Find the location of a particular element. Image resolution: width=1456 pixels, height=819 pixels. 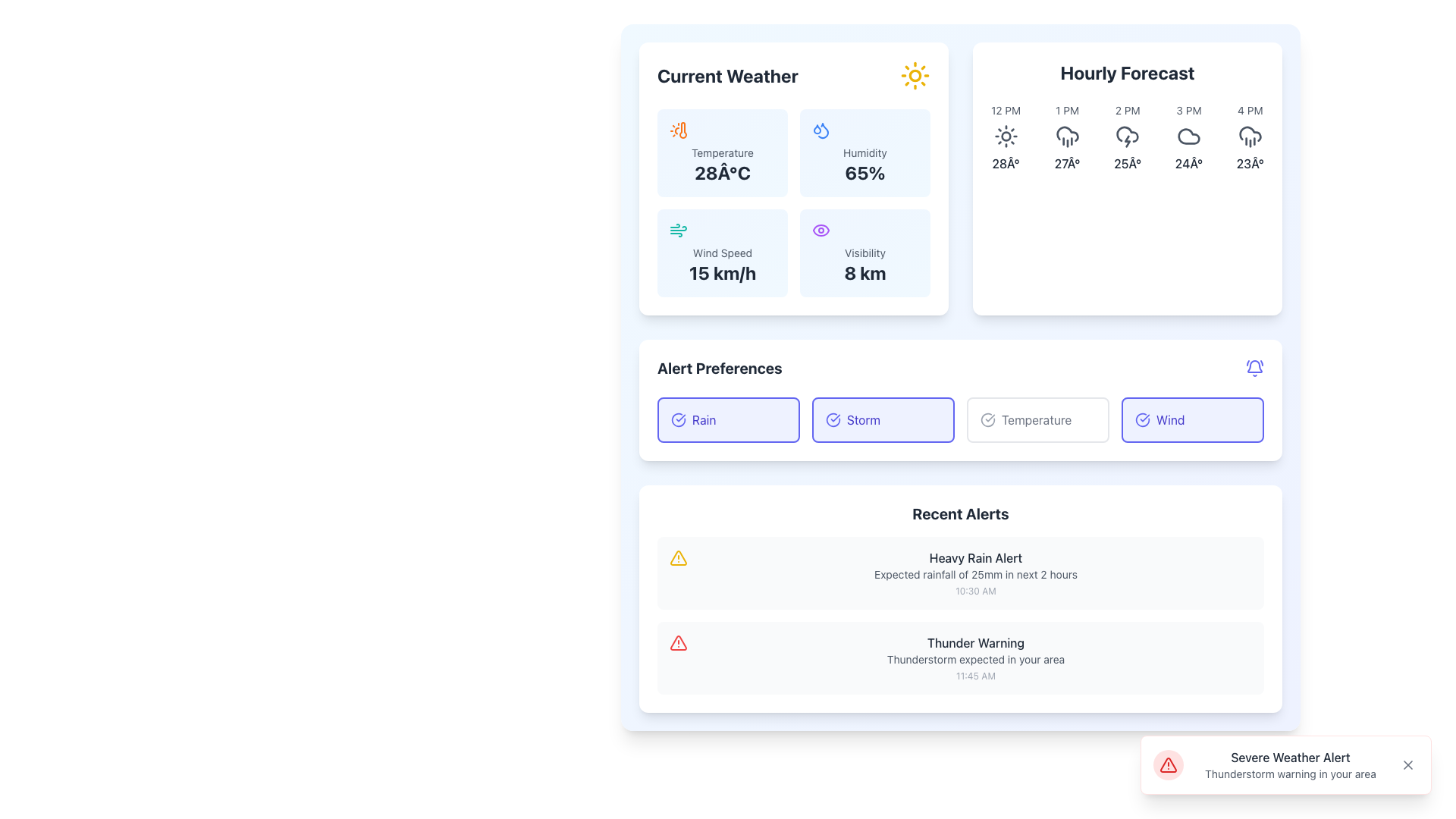

text label 'Hourly Forecast' located at the top center of the weather information card, which is styled in bold, large dark gray font is located at coordinates (1128, 73).